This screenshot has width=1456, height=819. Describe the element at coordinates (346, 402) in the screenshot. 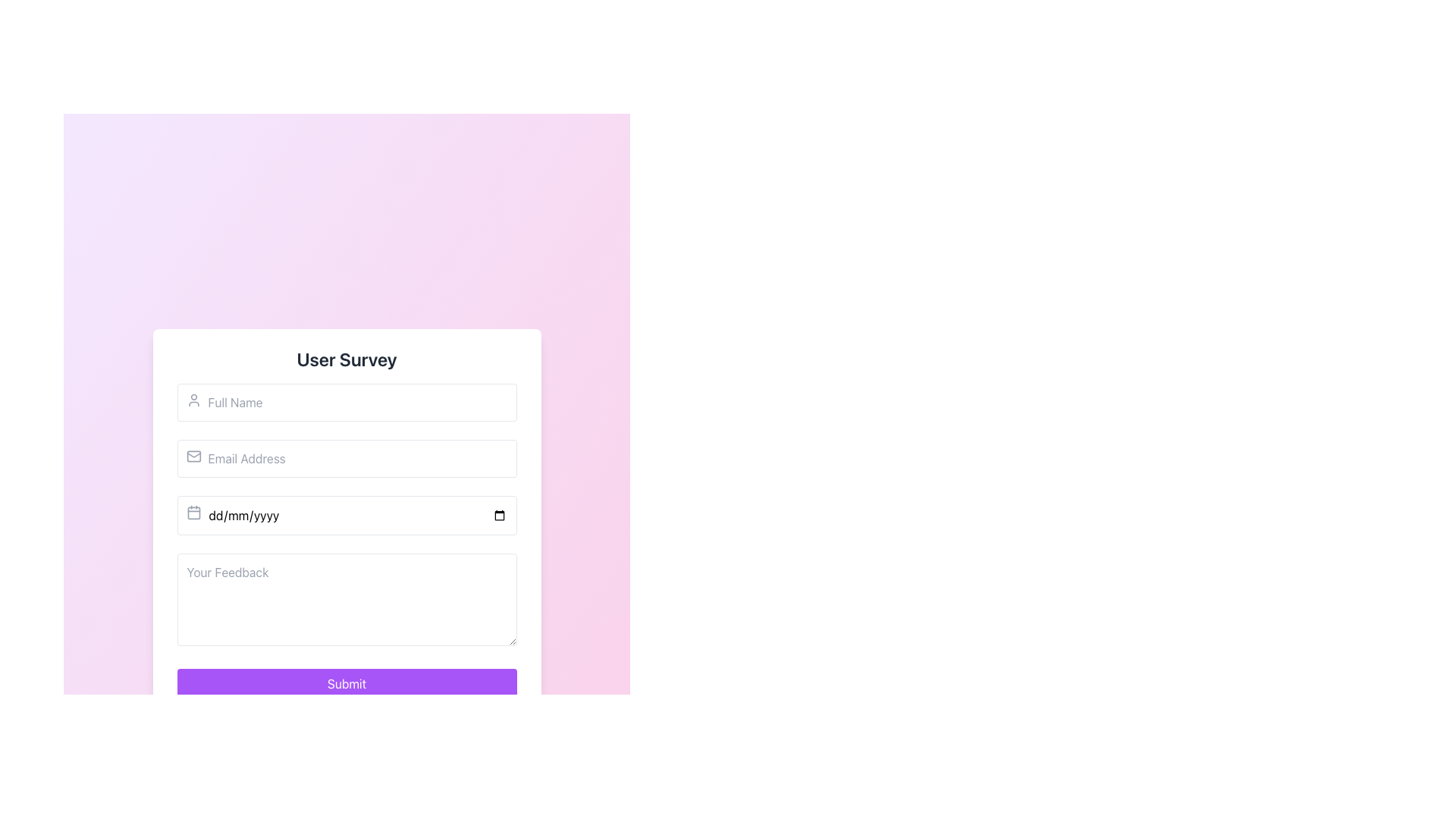

I see `the first input field for entering the full name in the User Survey form` at that location.